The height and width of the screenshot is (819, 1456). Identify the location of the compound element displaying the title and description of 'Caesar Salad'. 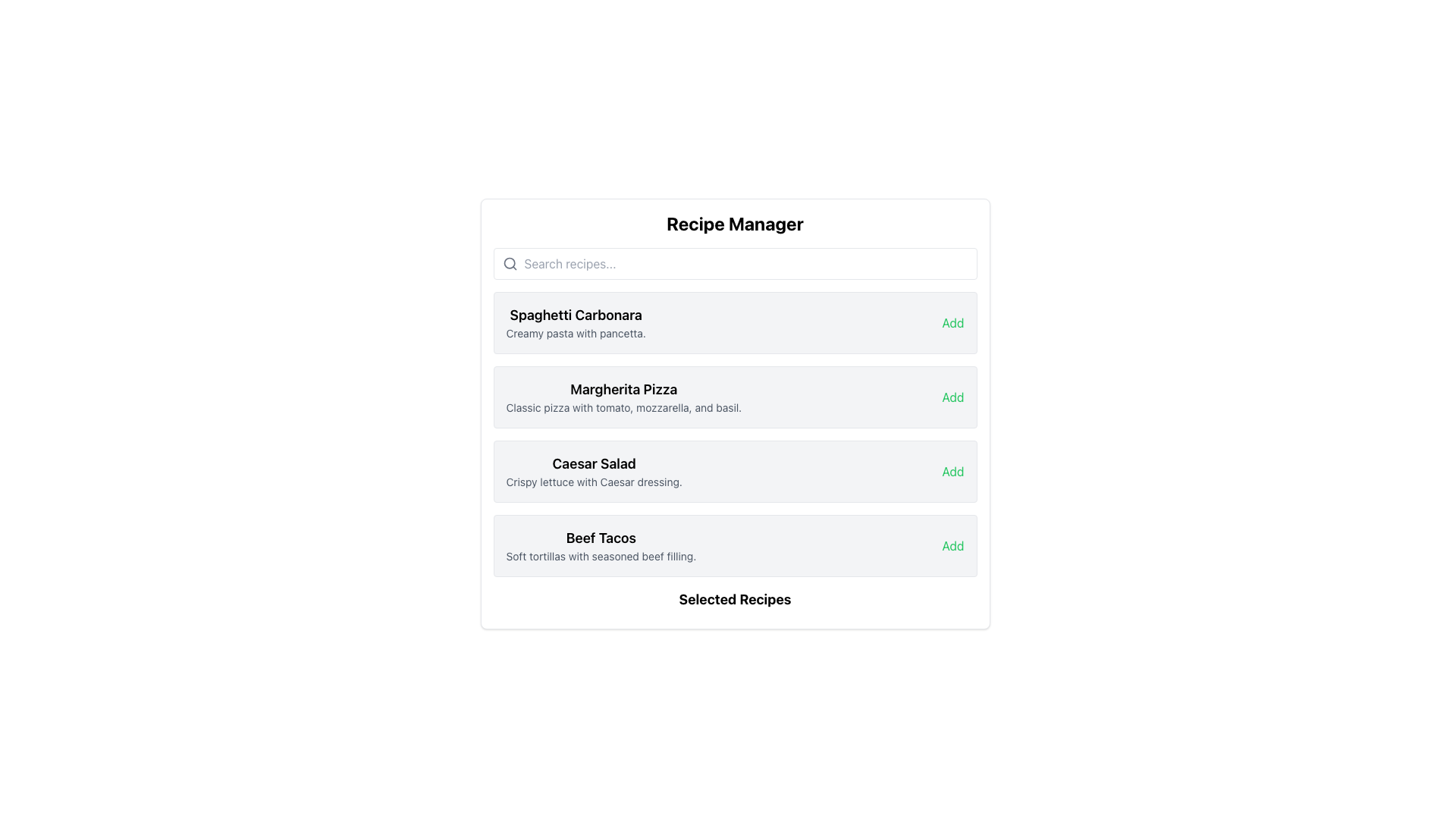
(735, 470).